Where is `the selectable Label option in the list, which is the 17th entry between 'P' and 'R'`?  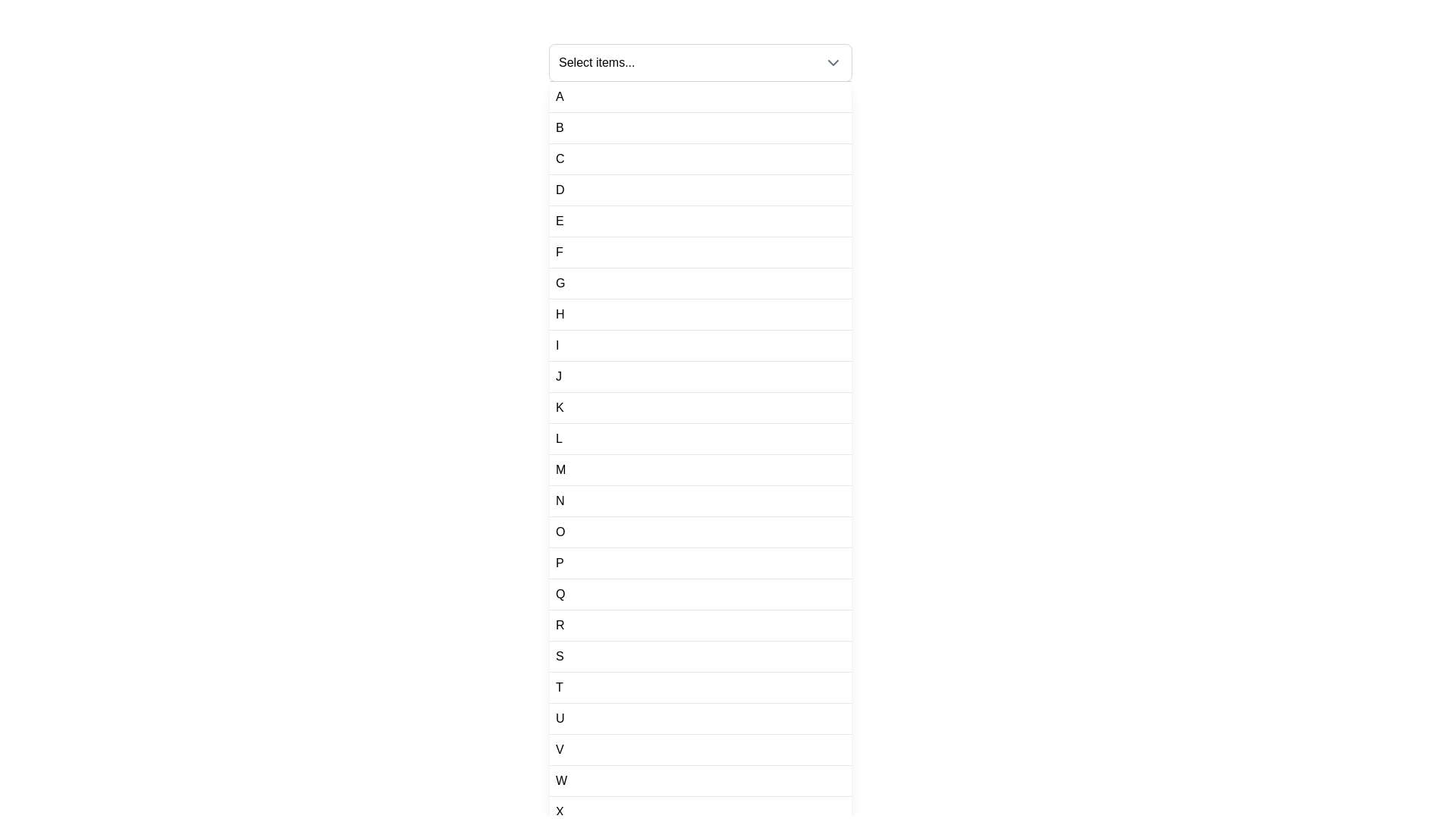
the selectable Label option in the list, which is the 17th entry between 'P' and 'R' is located at coordinates (560, 593).